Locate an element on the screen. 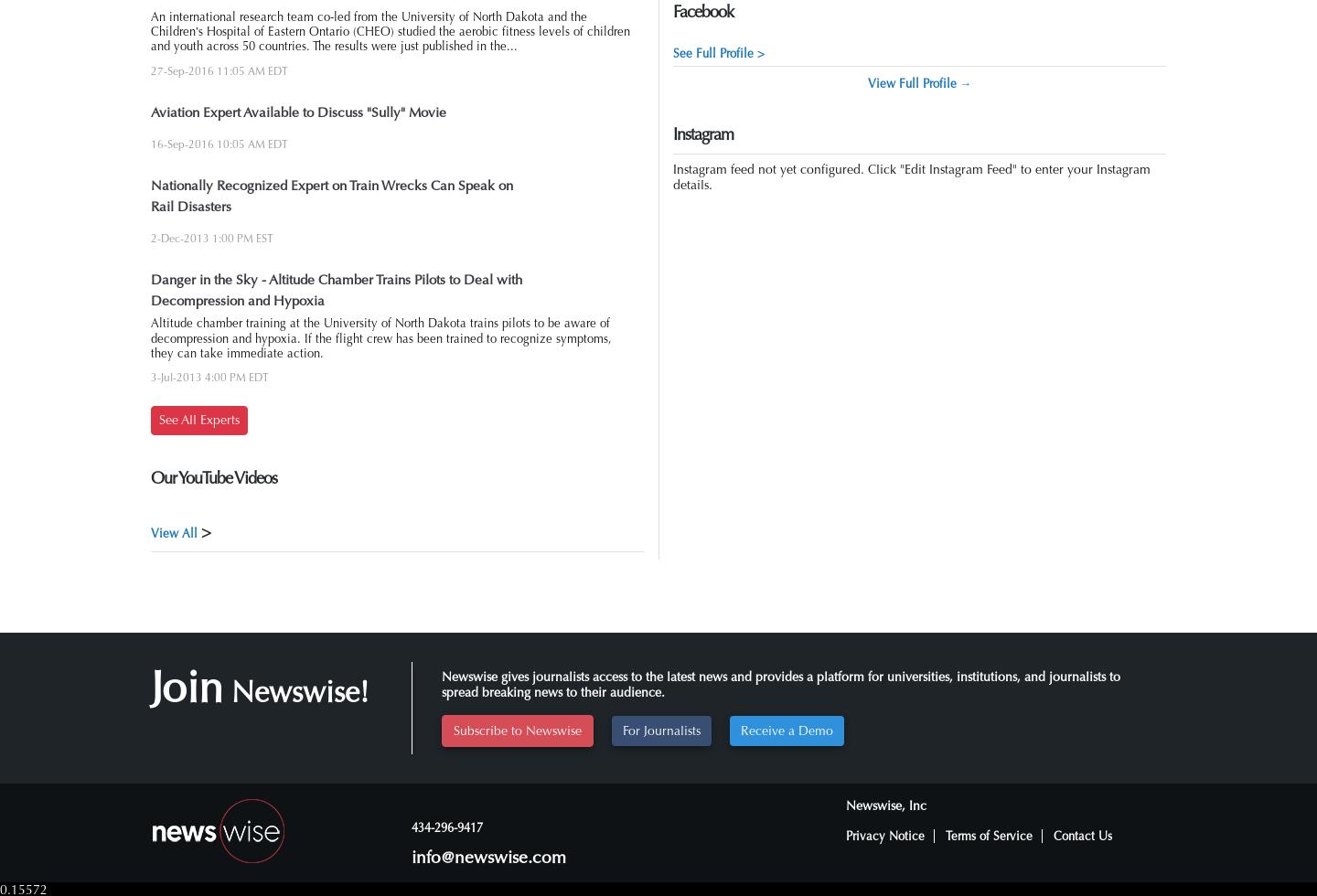  'View All' is located at coordinates (176, 532).